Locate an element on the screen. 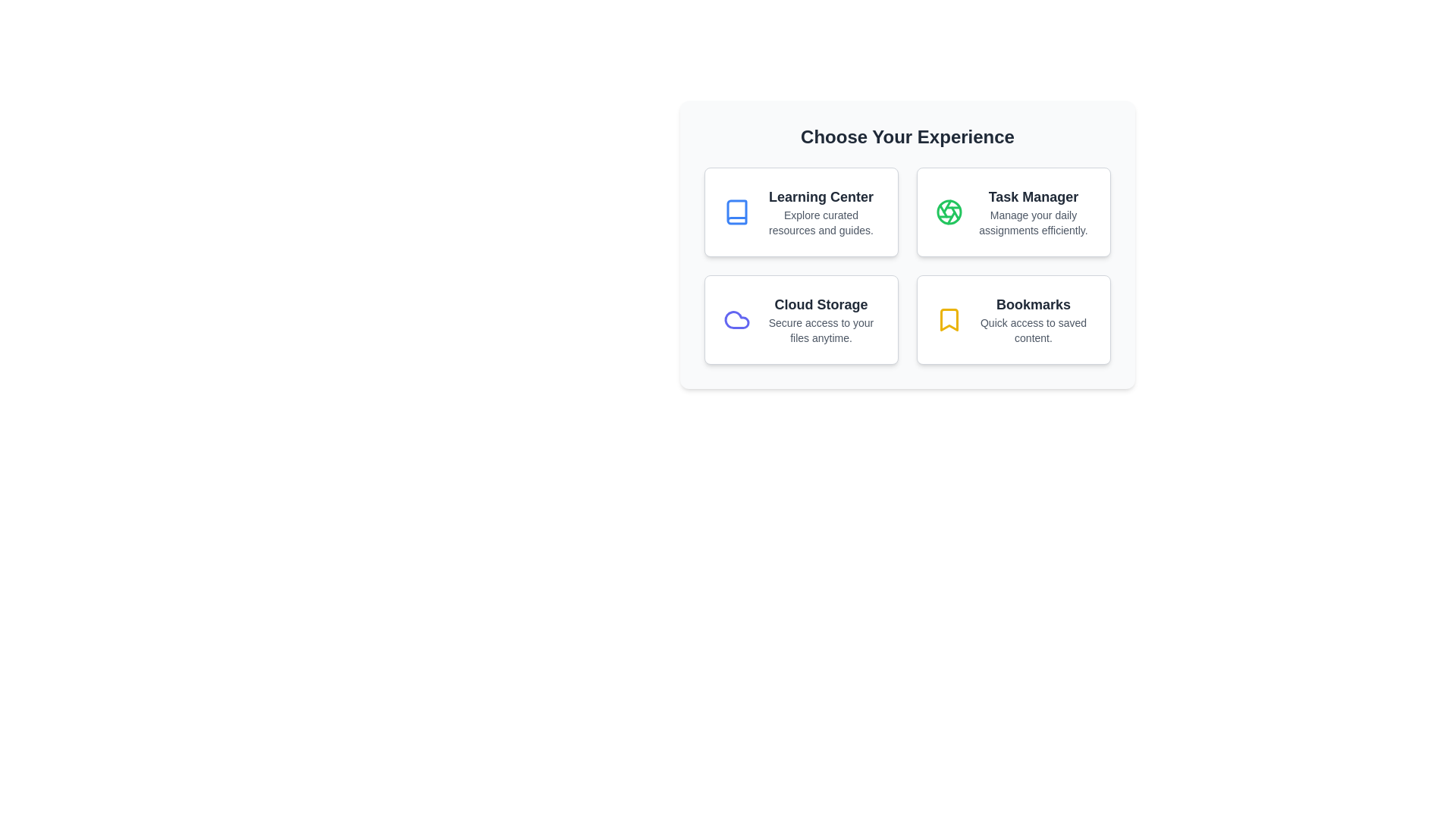 The height and width of the screenshot is (819, 1456). the blue outlined book icon within the 'Learning Center' section of the interface is located at coordinates (736, 212).